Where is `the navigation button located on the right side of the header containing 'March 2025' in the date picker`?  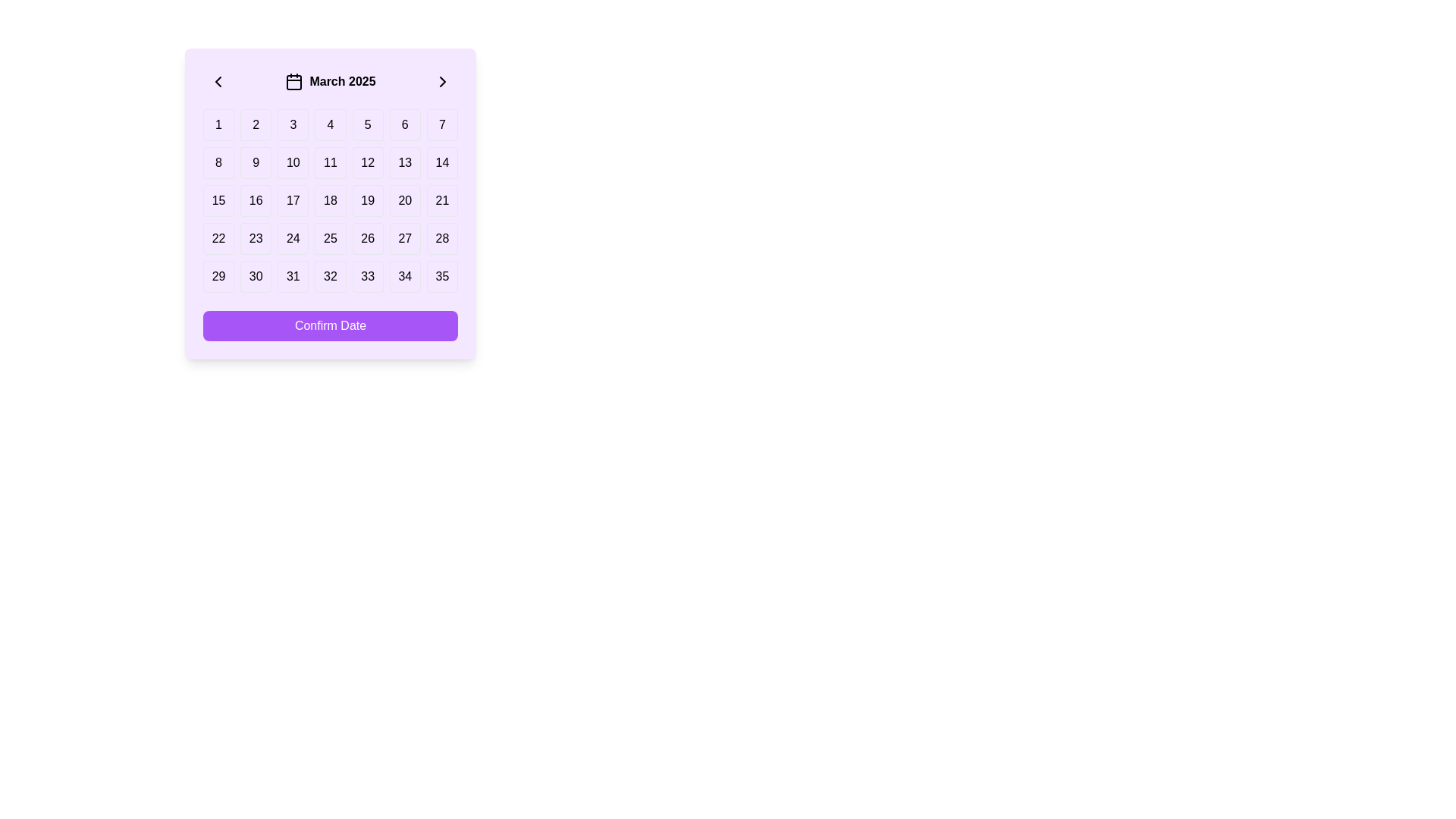 the navigation button located on the right side of the header containing 'March 2025' in the date picker is located at coordinates (442, 82).